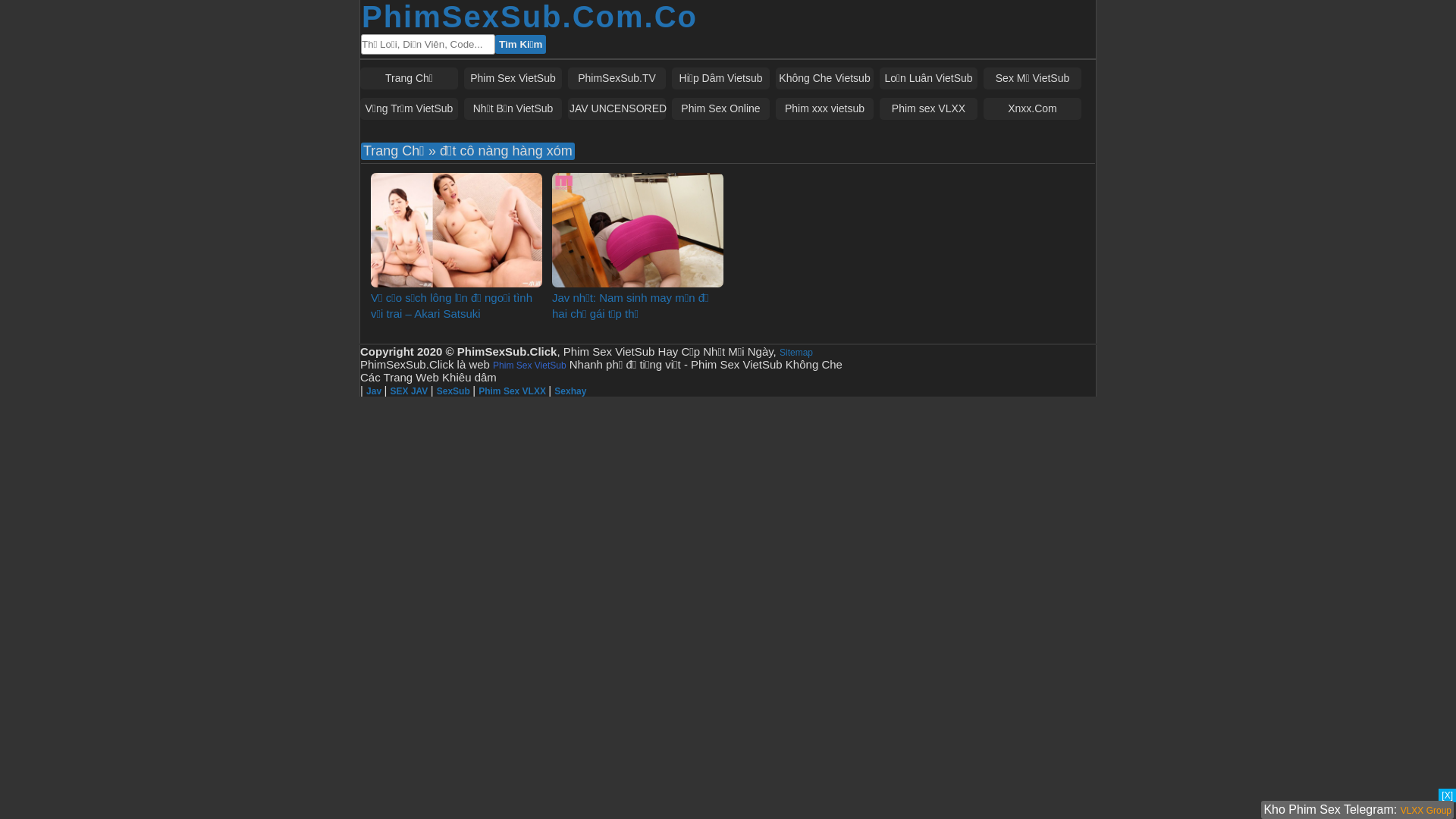 The height and width of the screenshot is (819, 1456). What do you see at coordinates (795, 353) in the screenshot?
I see `'Sitemap'` at bounding box center [795, 353].